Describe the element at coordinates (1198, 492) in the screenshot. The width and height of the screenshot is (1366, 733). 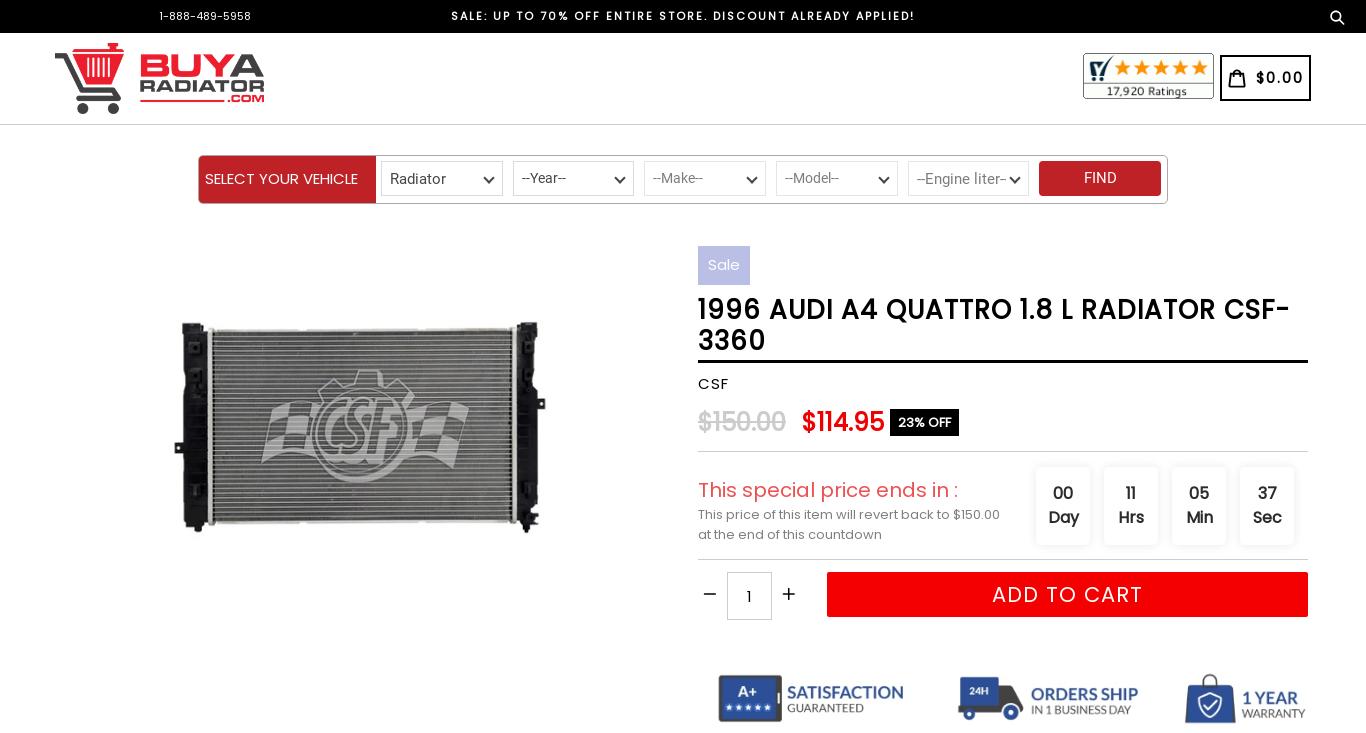
I see `'05'` at that location.